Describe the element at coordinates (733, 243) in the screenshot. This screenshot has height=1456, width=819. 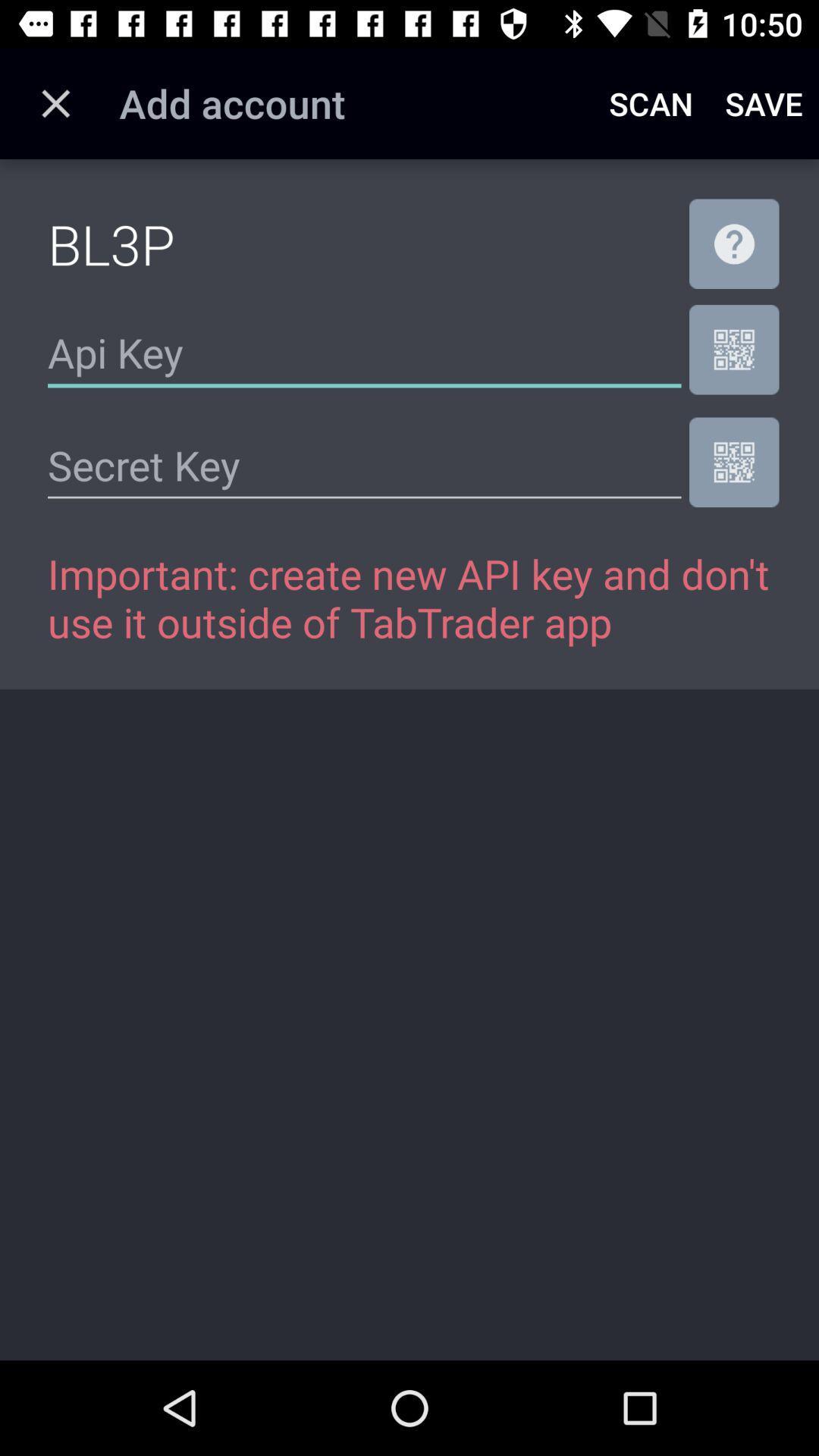
I see `the icon to the right of bl3p item` at that location.